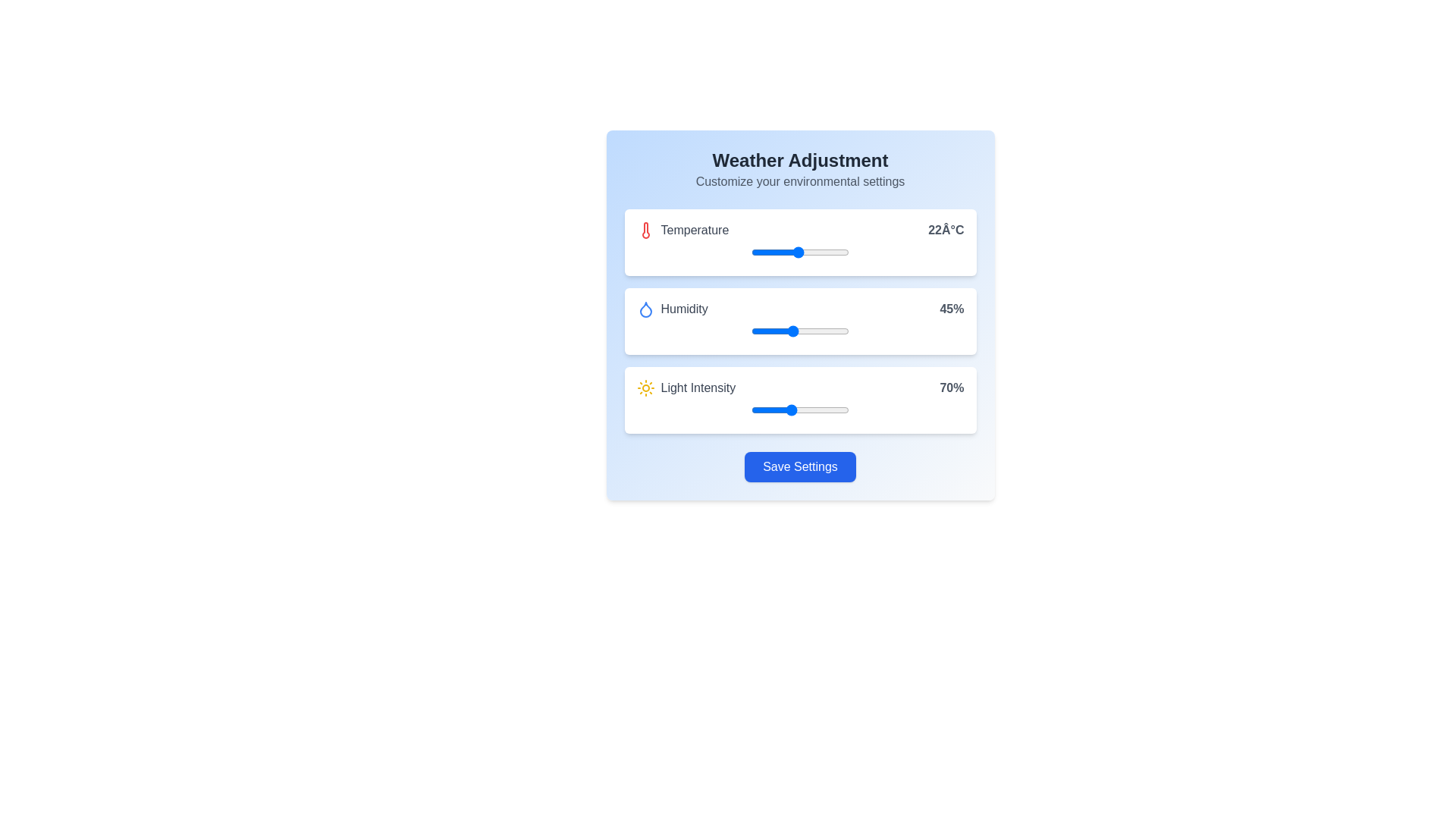 Image resolution: width=1456 pixels, height=819 pixels. What do you see at coordinates (671, 309) in the screenshot?
I see `the 'Humidity' label with the blue droplet icon, located in the middle white card of the 'Weather Adjustment' interface` at bounding box center [671, 309].